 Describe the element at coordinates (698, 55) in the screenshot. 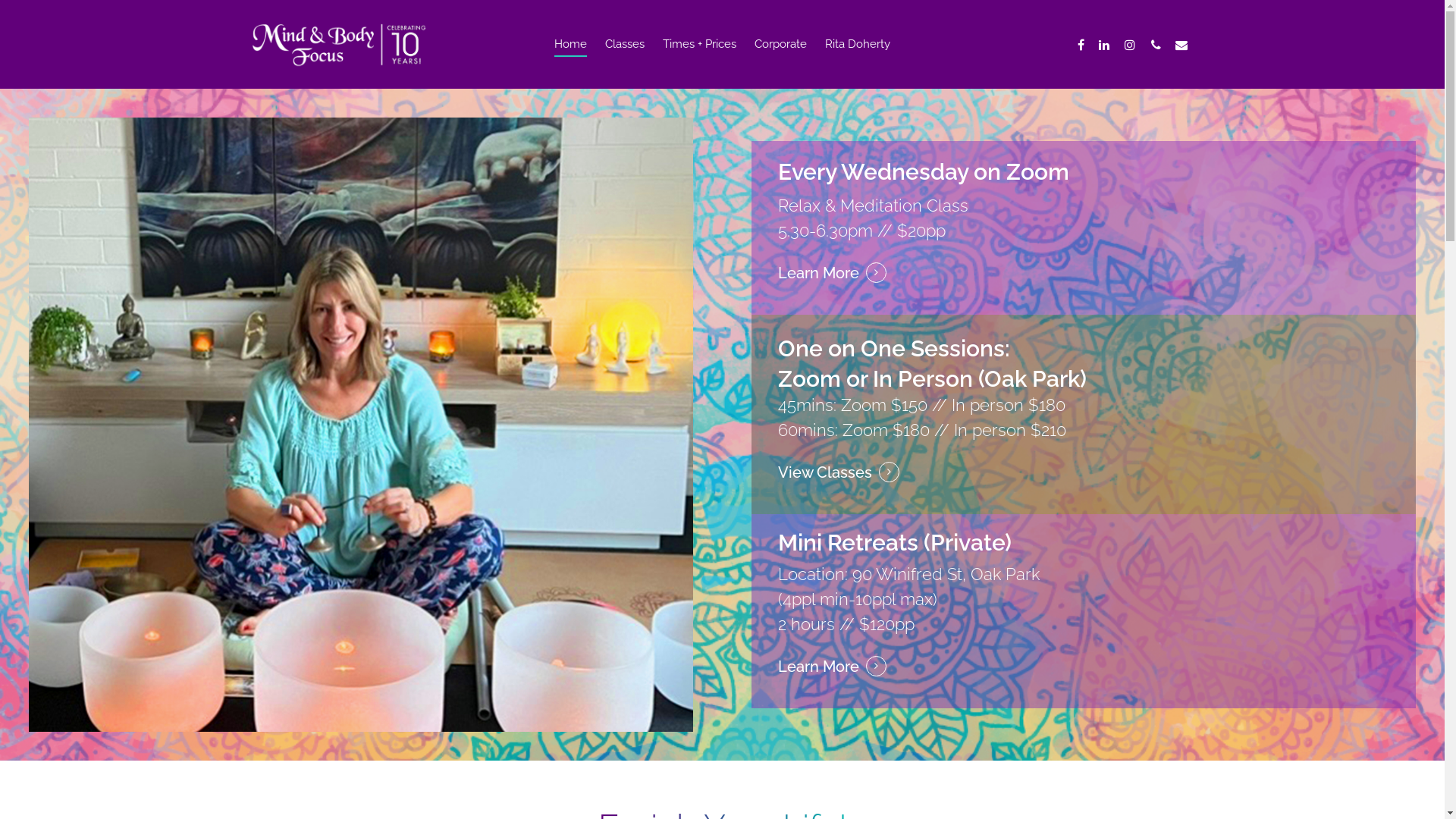

I see `'Times + Prices'` at that location.